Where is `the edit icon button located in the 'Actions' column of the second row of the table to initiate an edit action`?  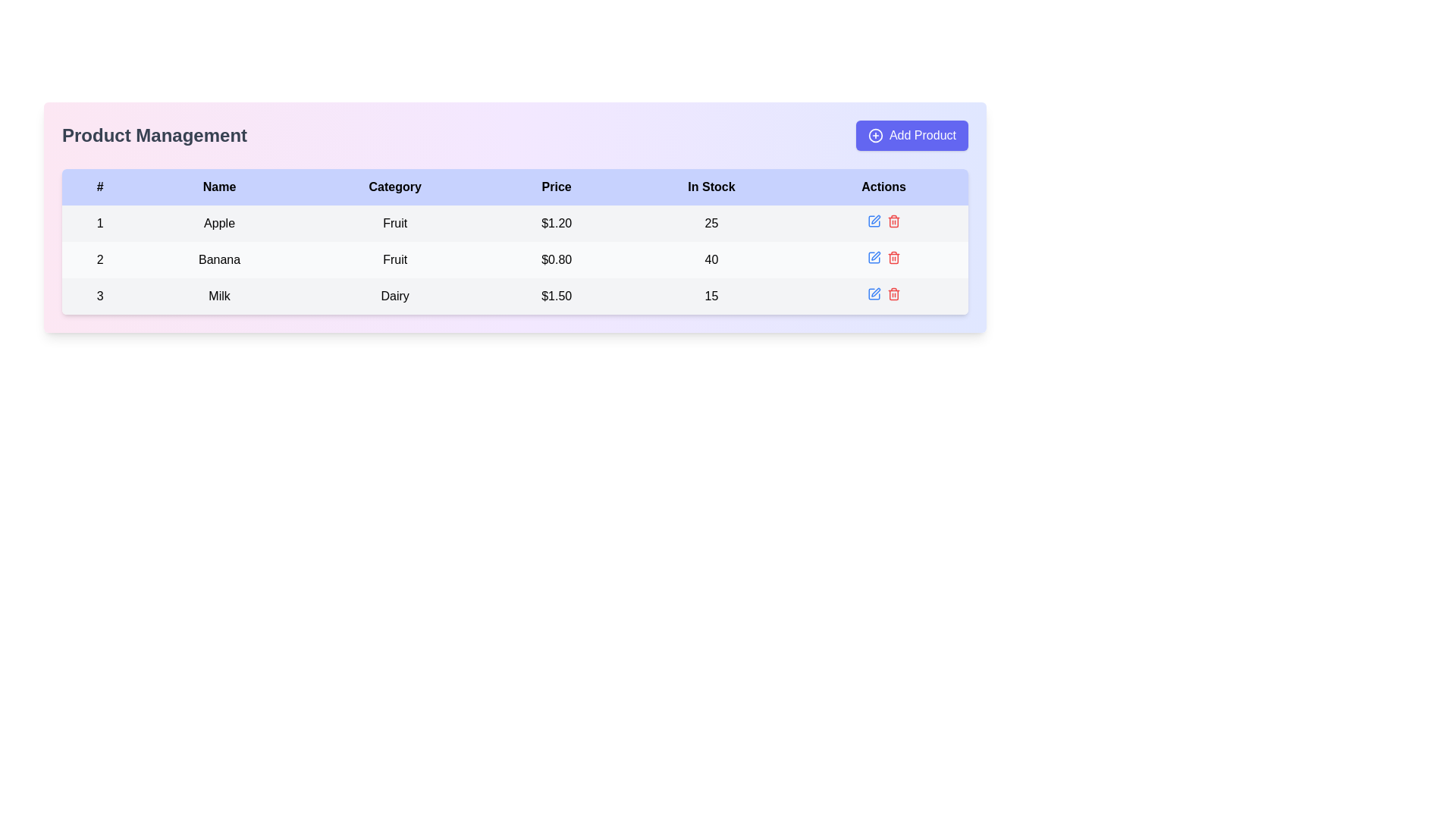
the edit icon button located in the 'Actions' column of the second row of the table to initiate an edit action is located at coordinates (874, 256).